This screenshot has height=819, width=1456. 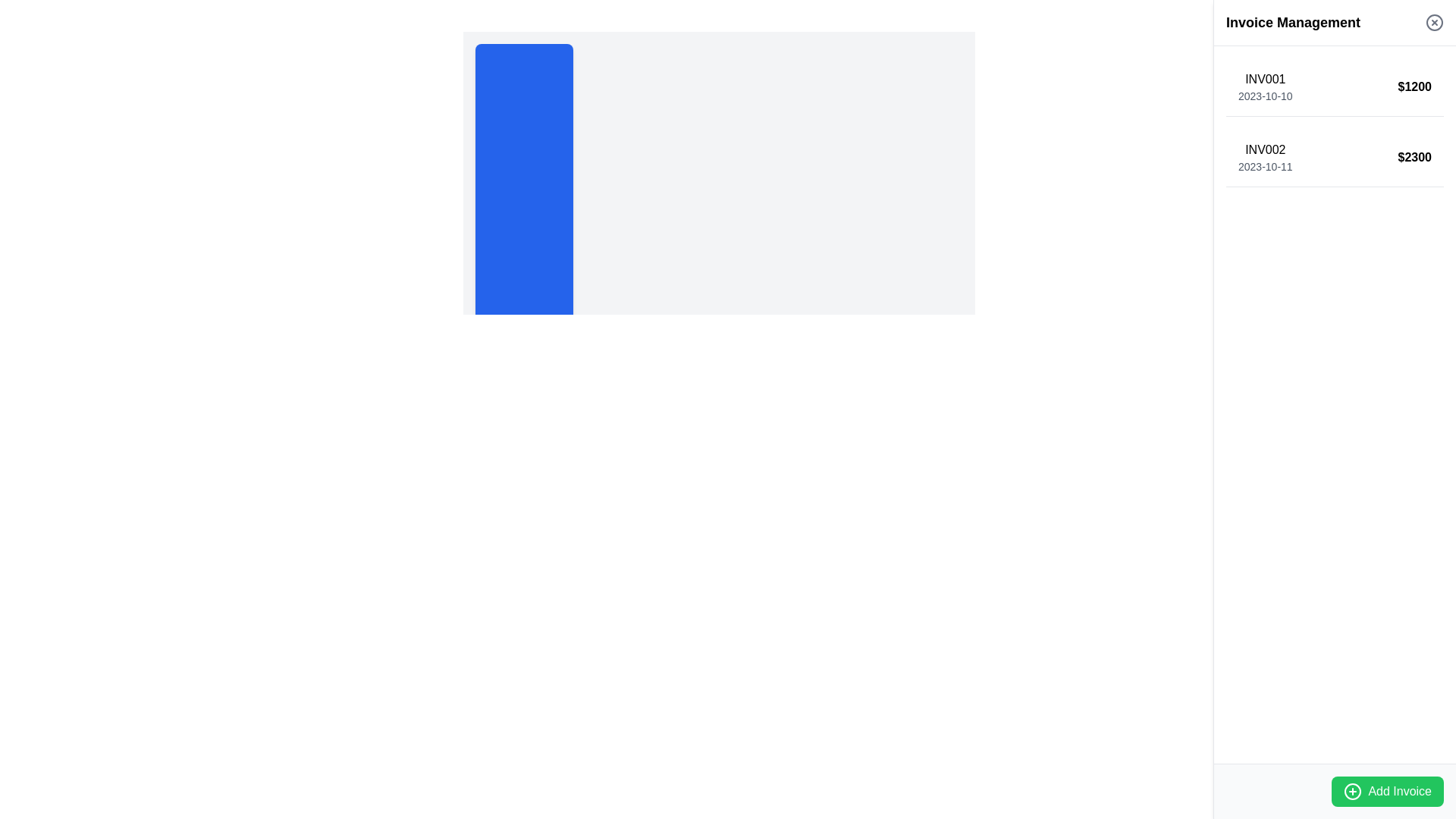 What do you see at coordinates (1388, 791) in the screenshot?
I see `the 'Add Invoice' button located in the bottom-right corner of the interface` at bounding box center [1388, 791].